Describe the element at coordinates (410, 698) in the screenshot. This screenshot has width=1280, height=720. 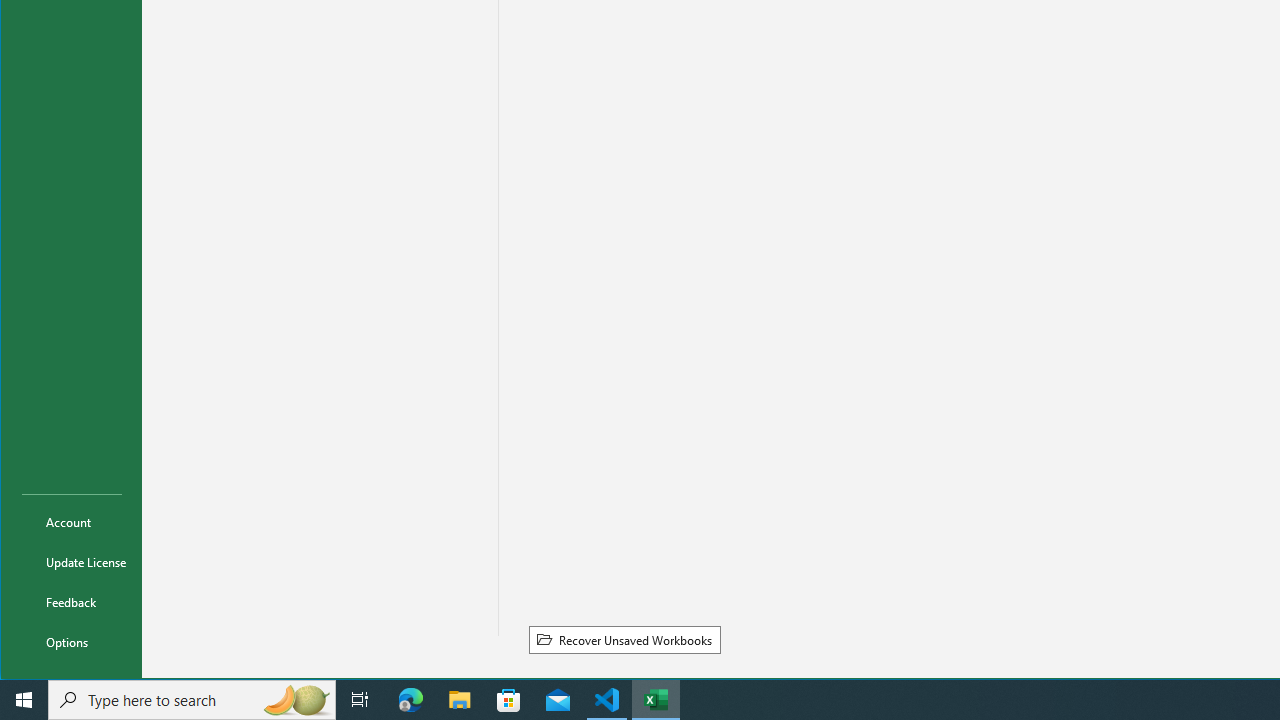
I see `'Microsoft Edge'` at that location.